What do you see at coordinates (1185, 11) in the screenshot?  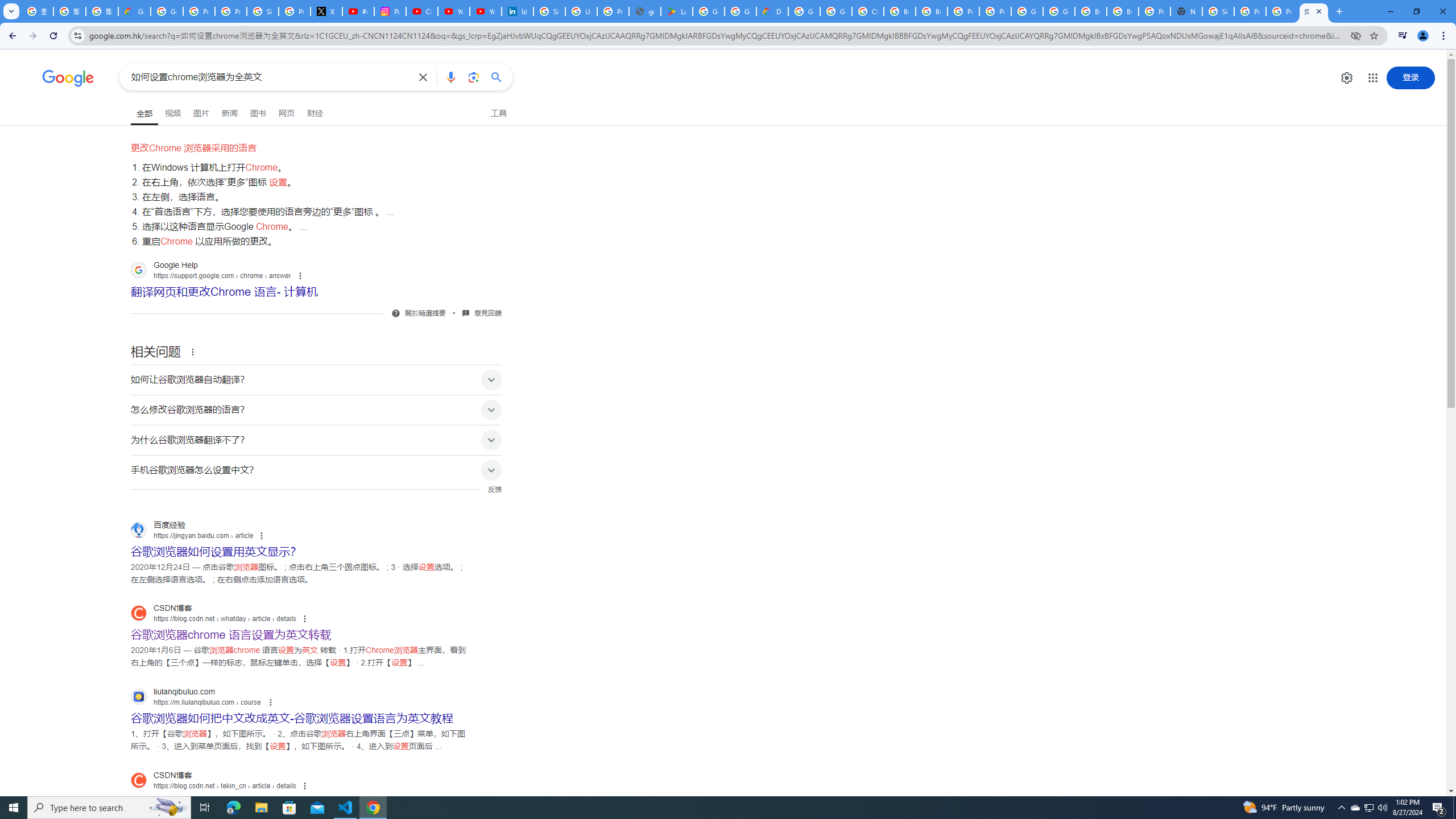 I see `'New Tab'` at bounding box center [1185, 11].